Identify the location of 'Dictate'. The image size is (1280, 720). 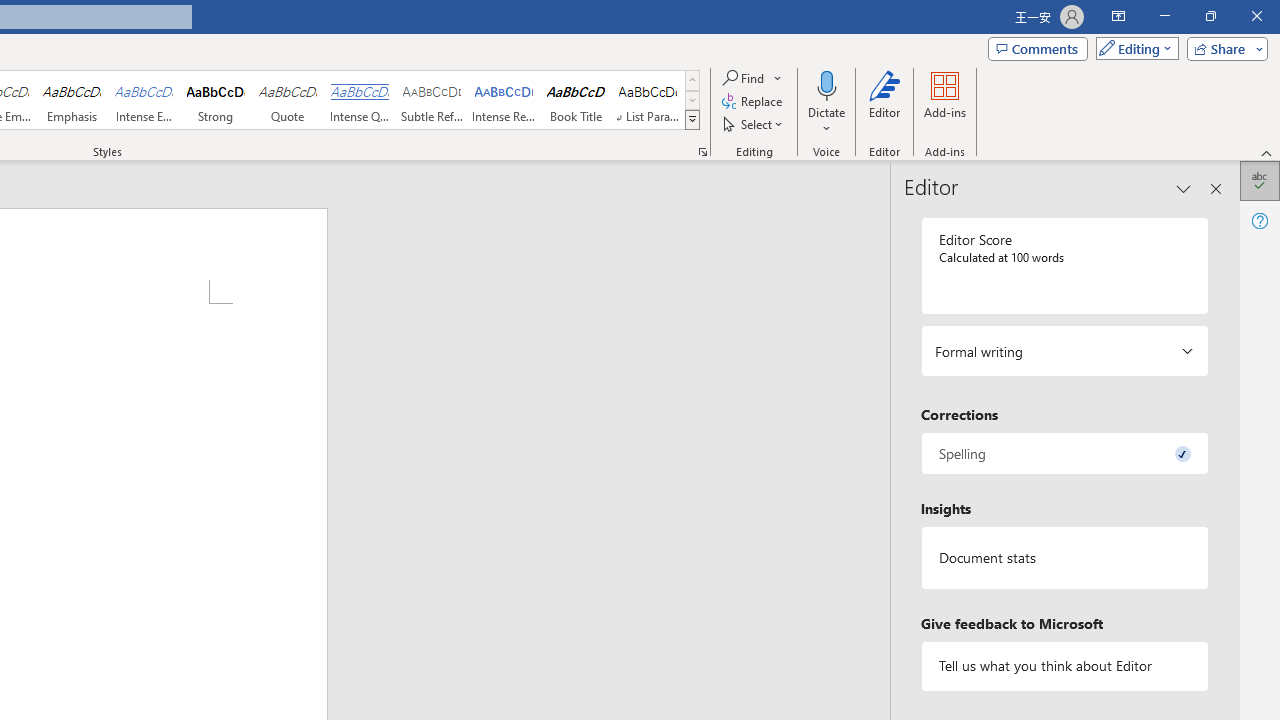
(826, 84).